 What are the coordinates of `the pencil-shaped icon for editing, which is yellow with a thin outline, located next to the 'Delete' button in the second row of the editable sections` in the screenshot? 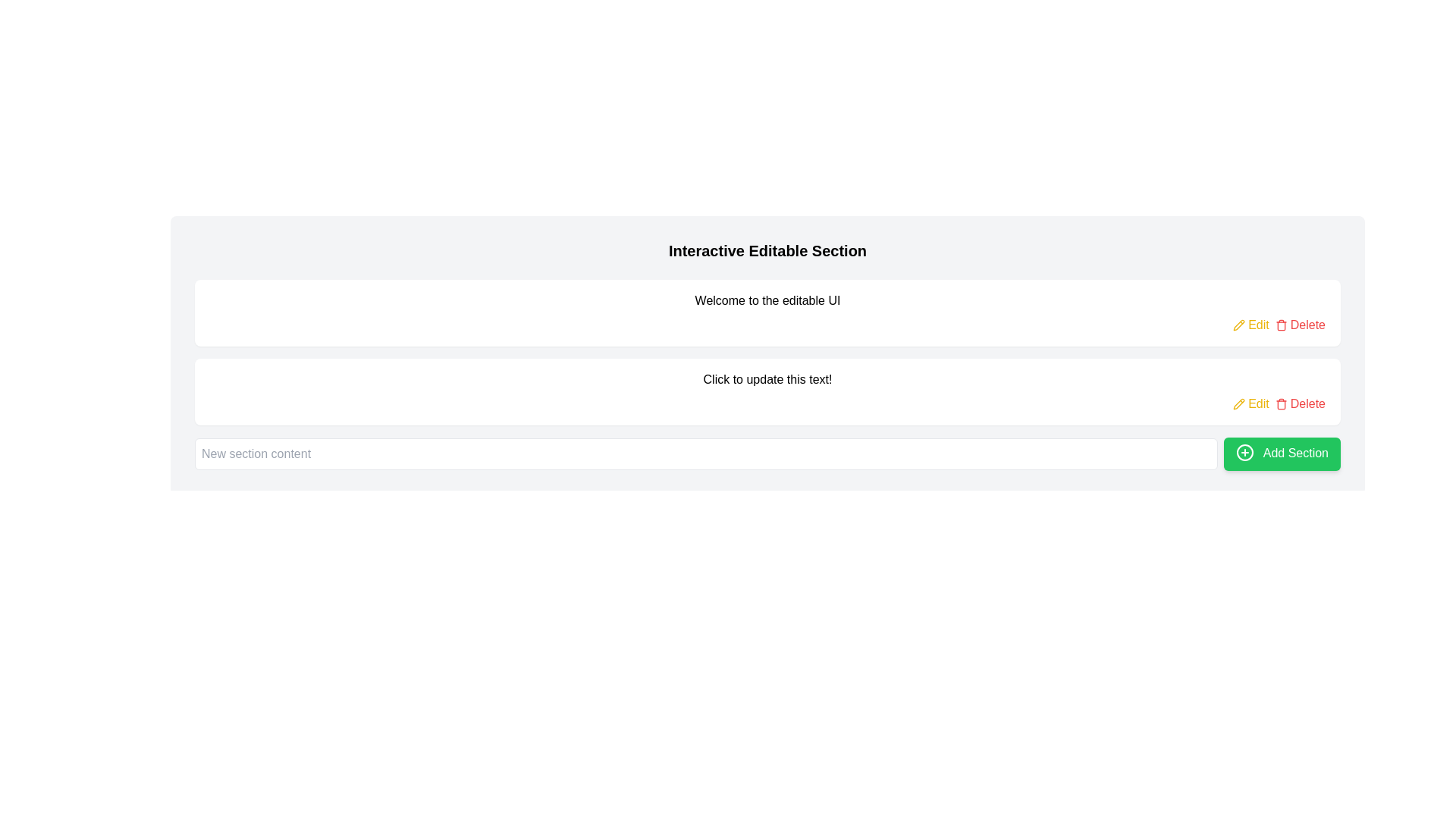 It's located at (1239, 403).